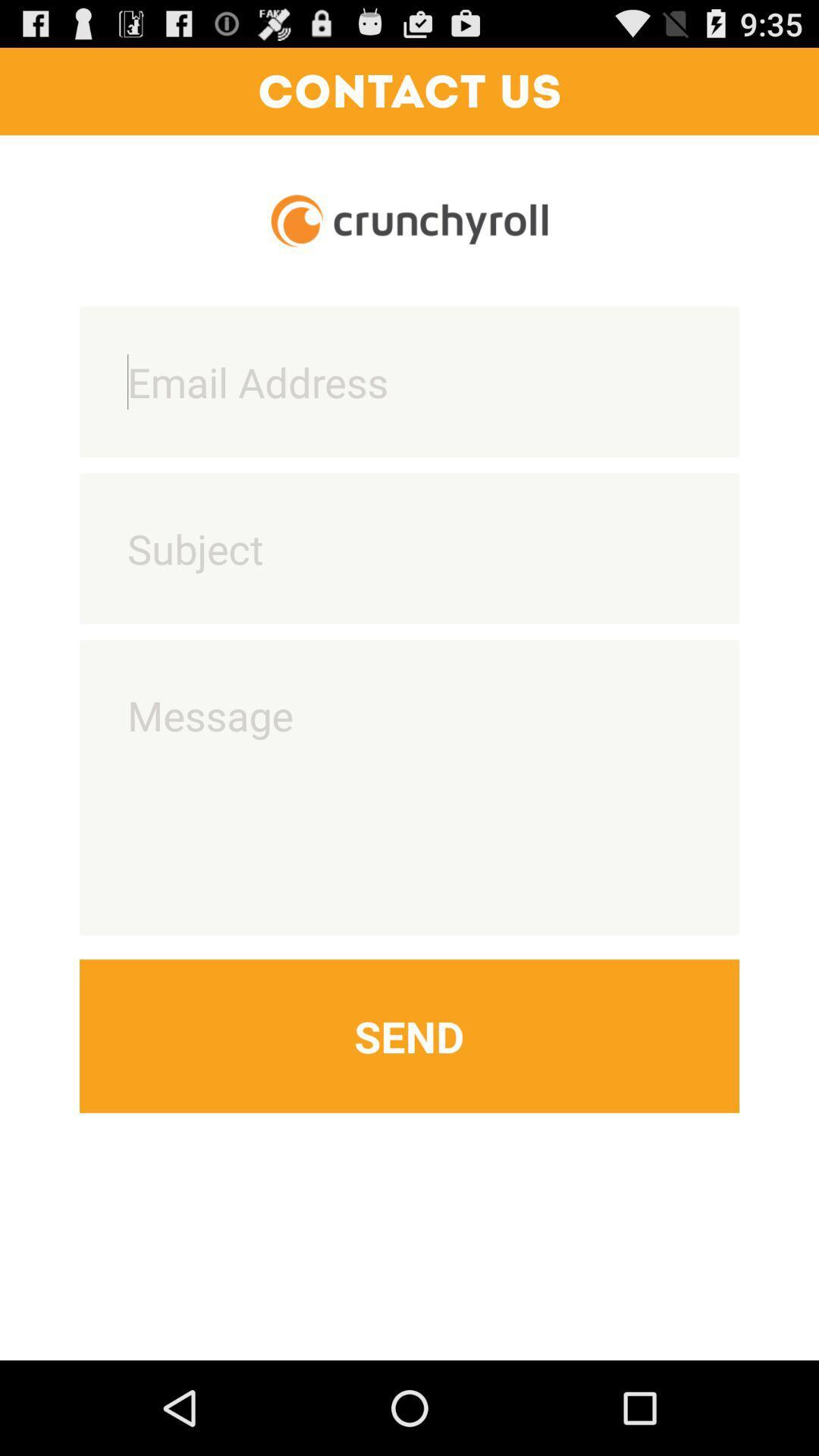 The image size is (819, 1456). I want to click on write a message to the crunchyroll team, so click(409, 787).